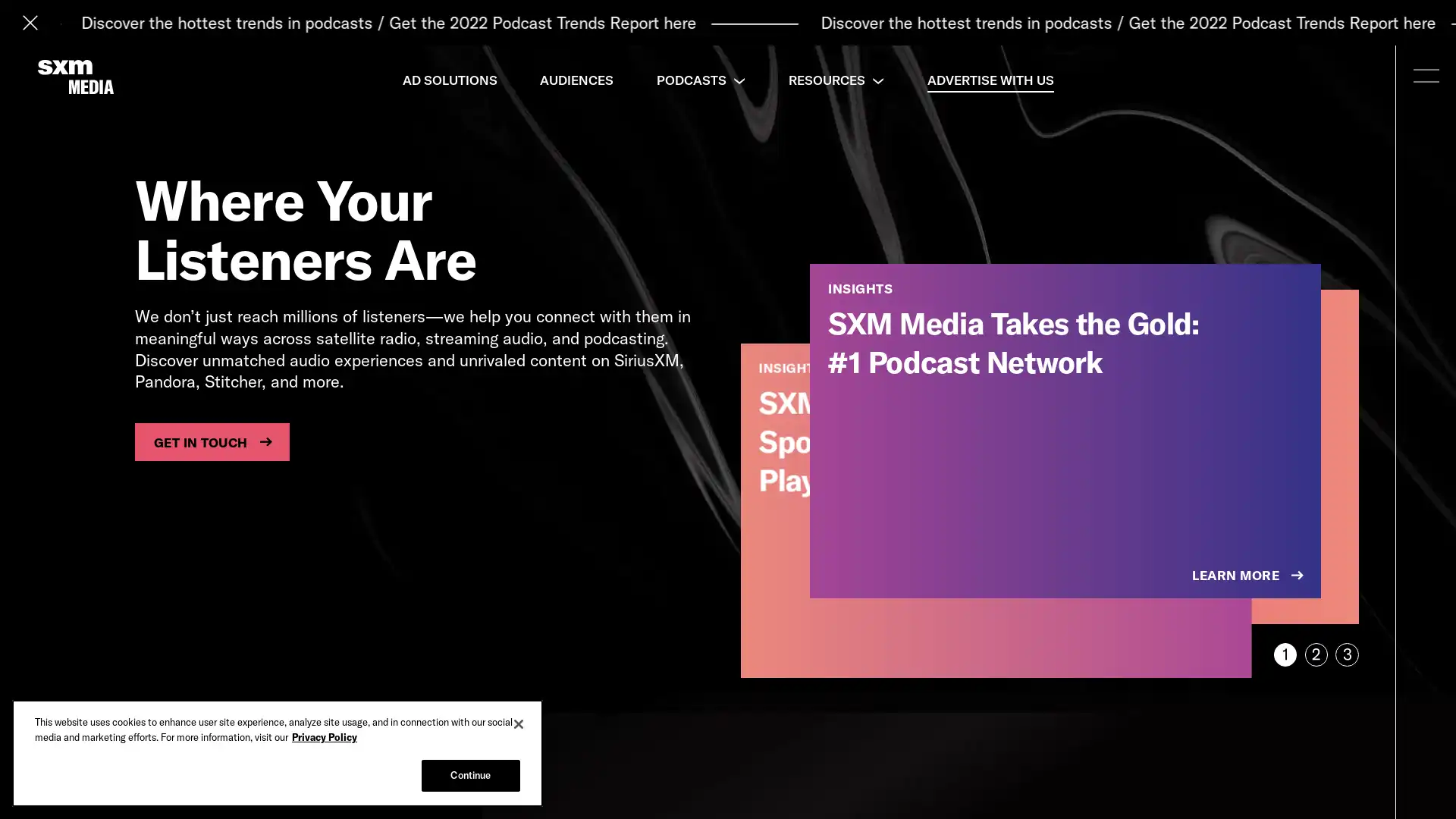  I want to click on 3, so click(1347, 654).